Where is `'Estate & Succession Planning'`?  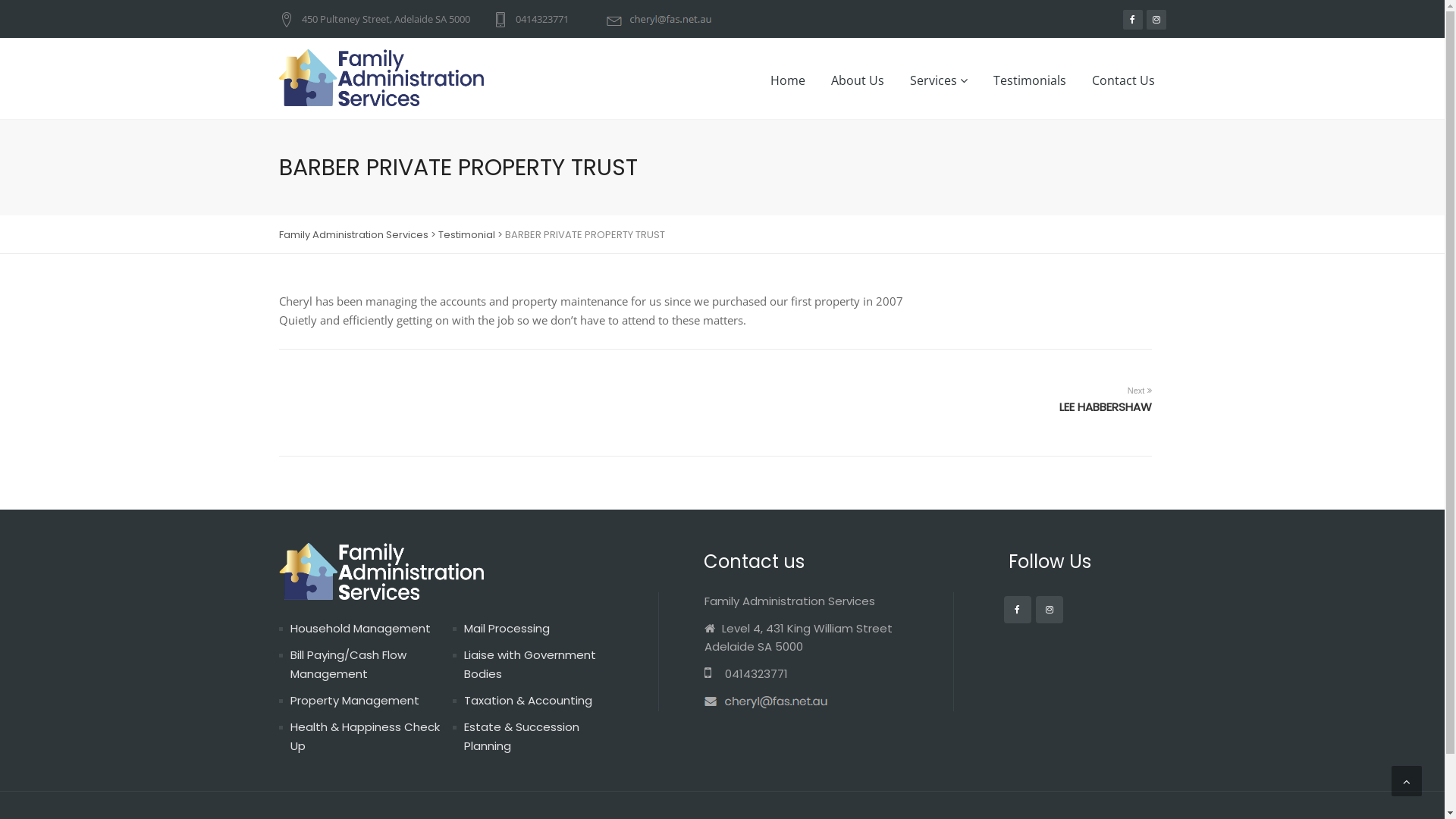 'Estate & Succession Planning' is located at coordinates (521, 736).